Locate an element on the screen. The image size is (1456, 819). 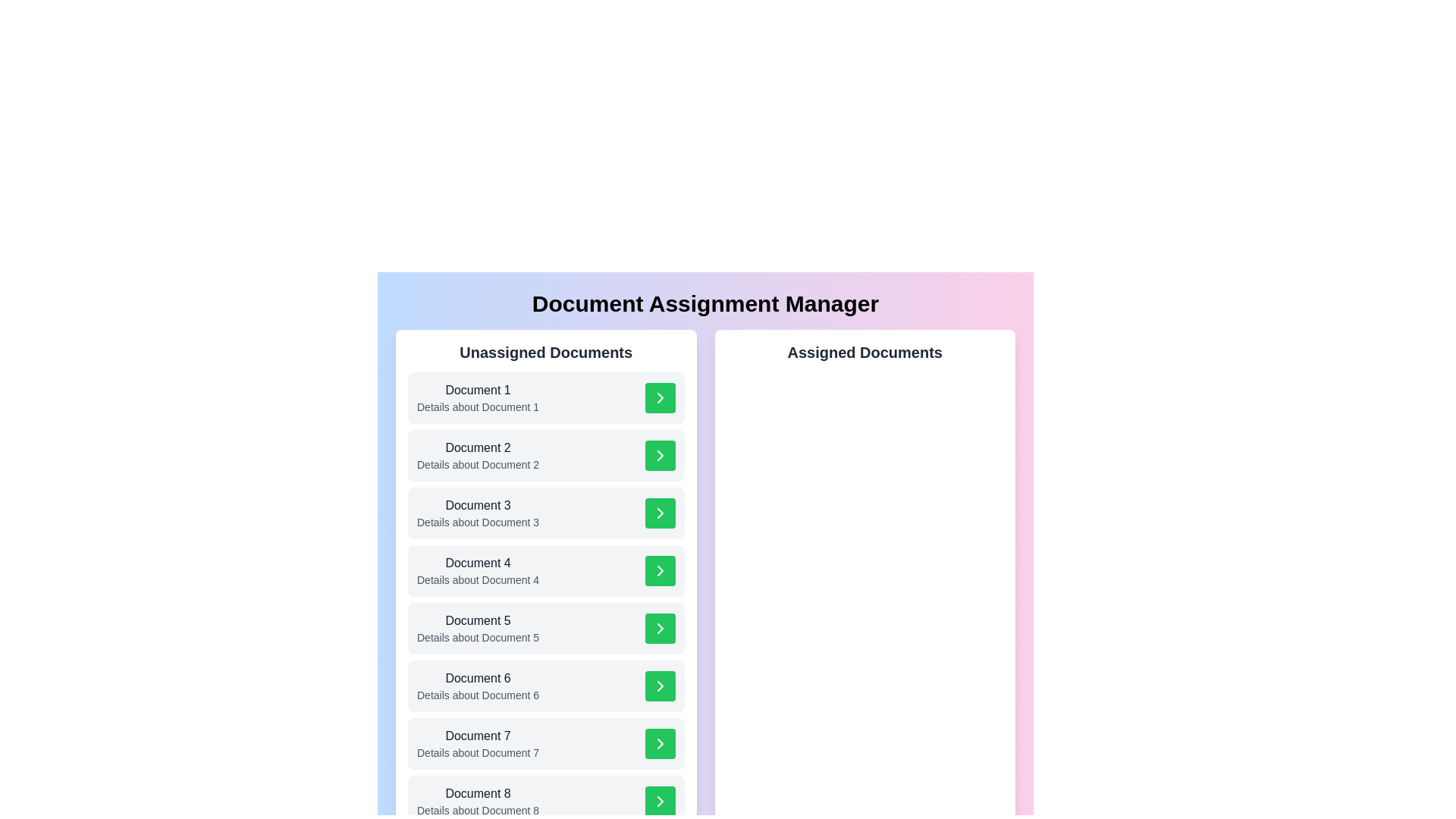
text label displaying 'Details about Document 5', which is located below the bold 'Document 5' text in the 'Unassigned Documents' list is located at coordinates (477, 637).